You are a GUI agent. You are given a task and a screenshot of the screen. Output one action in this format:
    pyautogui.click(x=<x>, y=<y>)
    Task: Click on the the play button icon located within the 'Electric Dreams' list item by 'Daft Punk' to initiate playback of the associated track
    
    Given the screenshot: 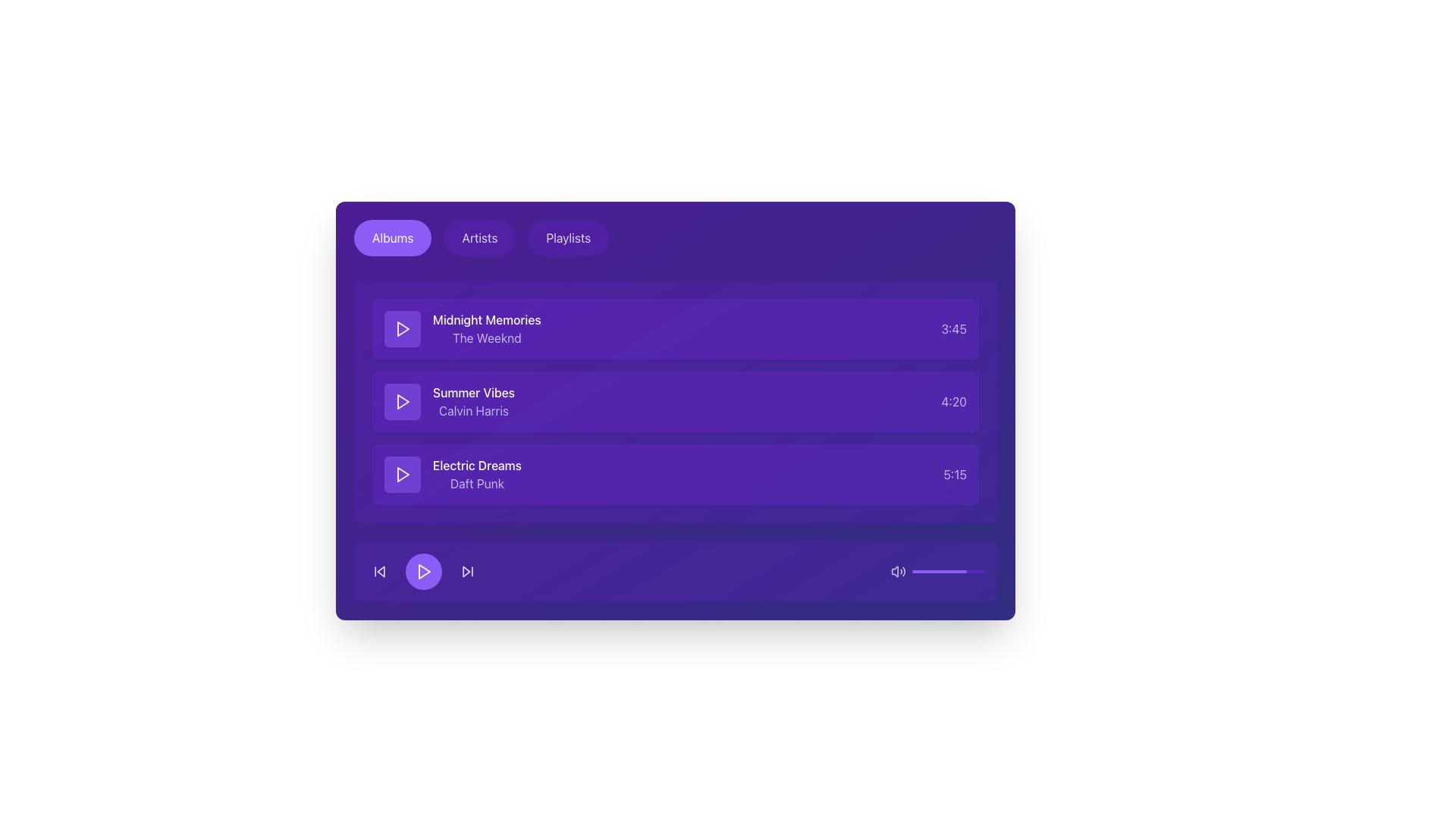 What is the action you would take?
    pyautogui.click(x=403, y=473)
    